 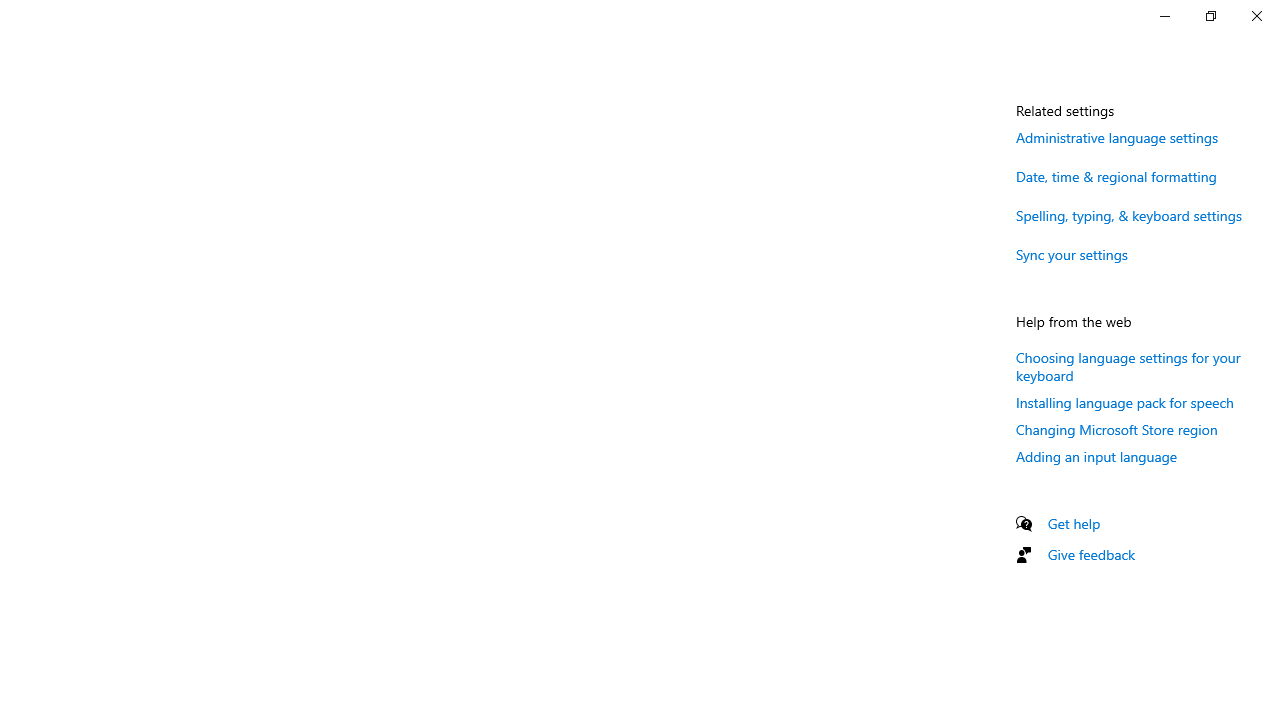 I want to click on 'Restore Settings', so click(x=1209, y=15).